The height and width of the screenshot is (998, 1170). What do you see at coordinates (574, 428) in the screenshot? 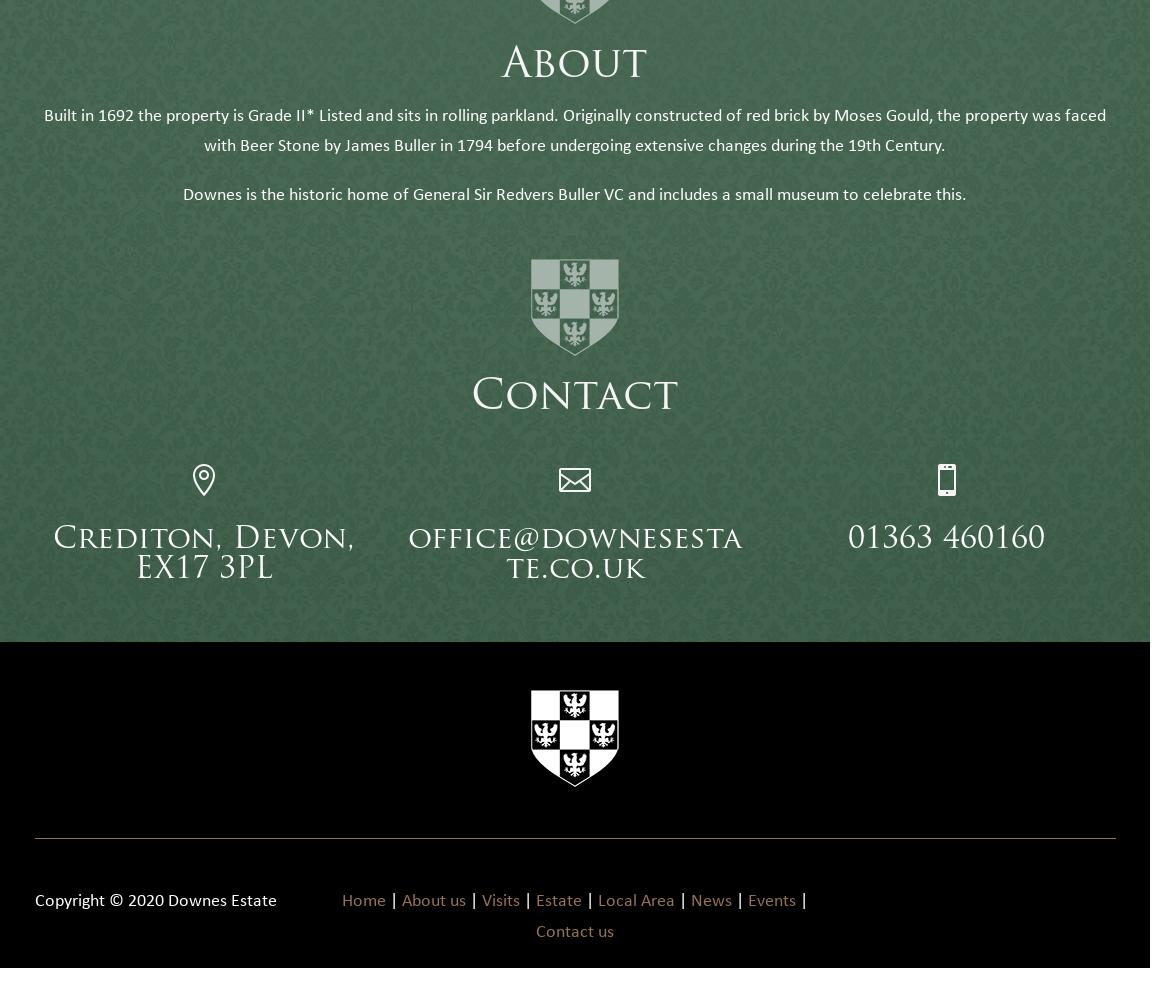
I see `'Contact'` at bounding box center [574, 428].